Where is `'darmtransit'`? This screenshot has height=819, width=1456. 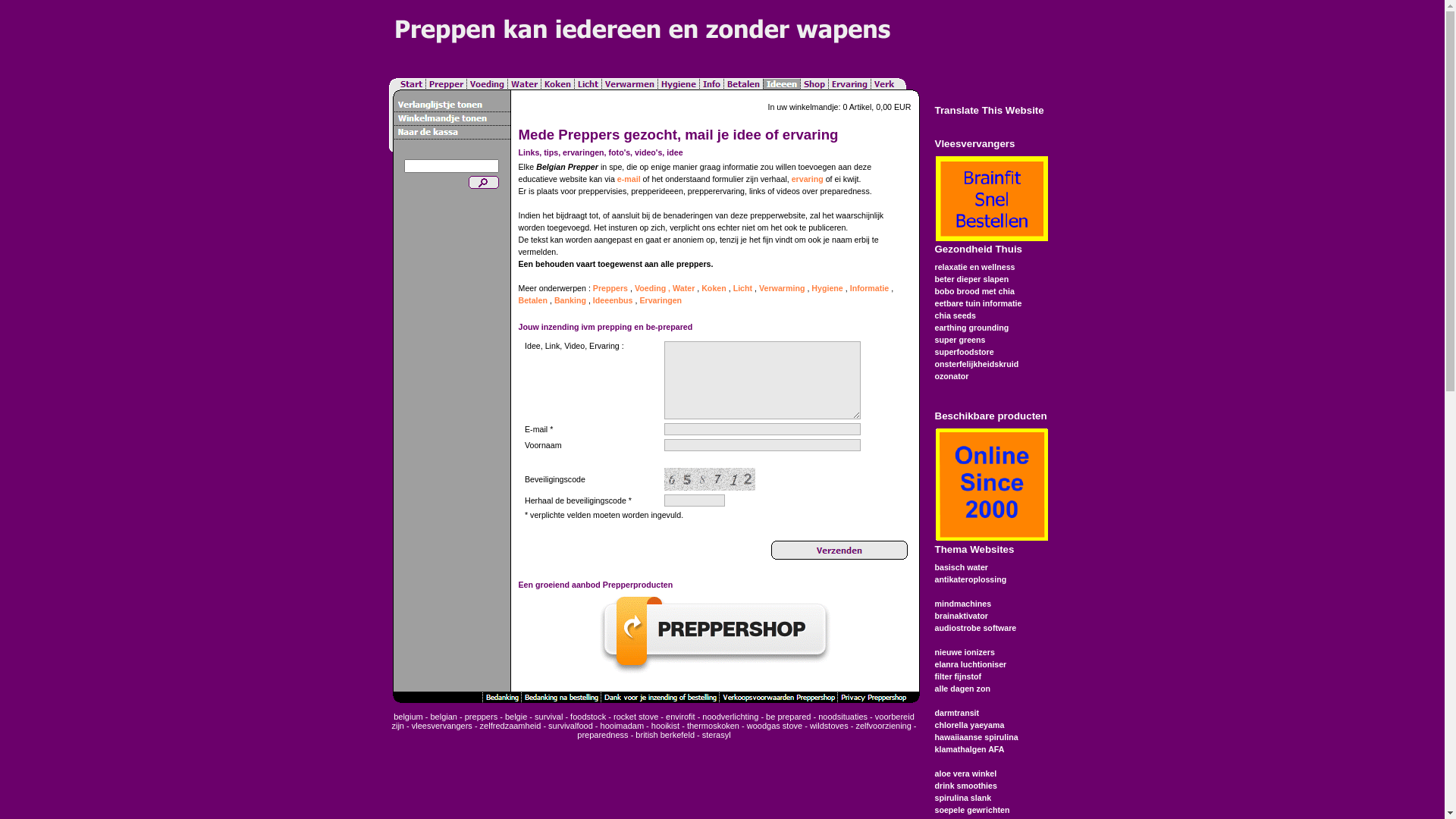 'darmtransit' is located at coordinates (955, 713).